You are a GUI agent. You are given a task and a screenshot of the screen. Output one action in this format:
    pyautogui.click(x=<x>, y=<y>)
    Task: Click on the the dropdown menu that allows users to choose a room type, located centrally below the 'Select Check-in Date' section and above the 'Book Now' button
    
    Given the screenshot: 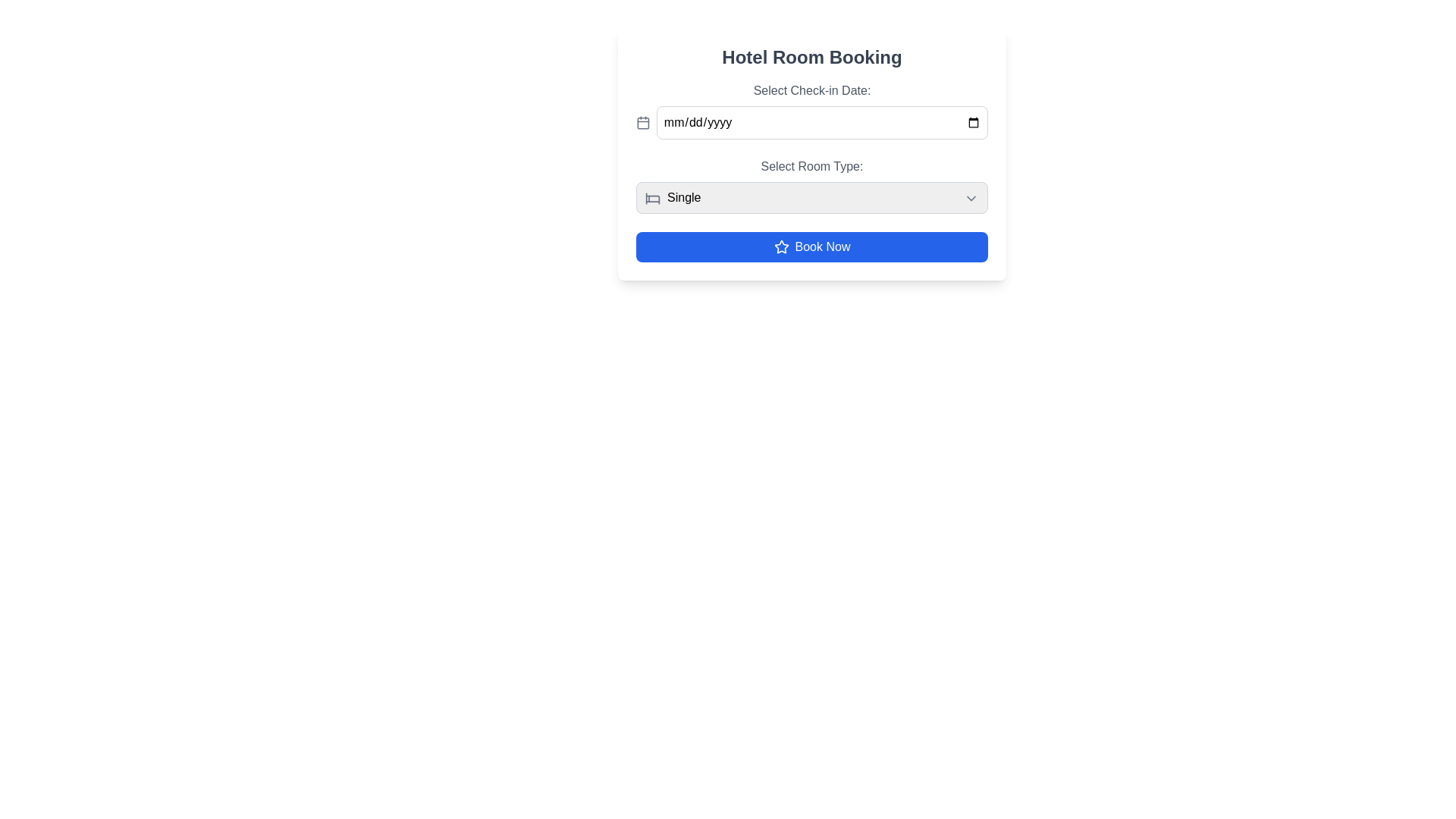 What is the action you would take?
    pyautogui.click(x=811, y=185)
    